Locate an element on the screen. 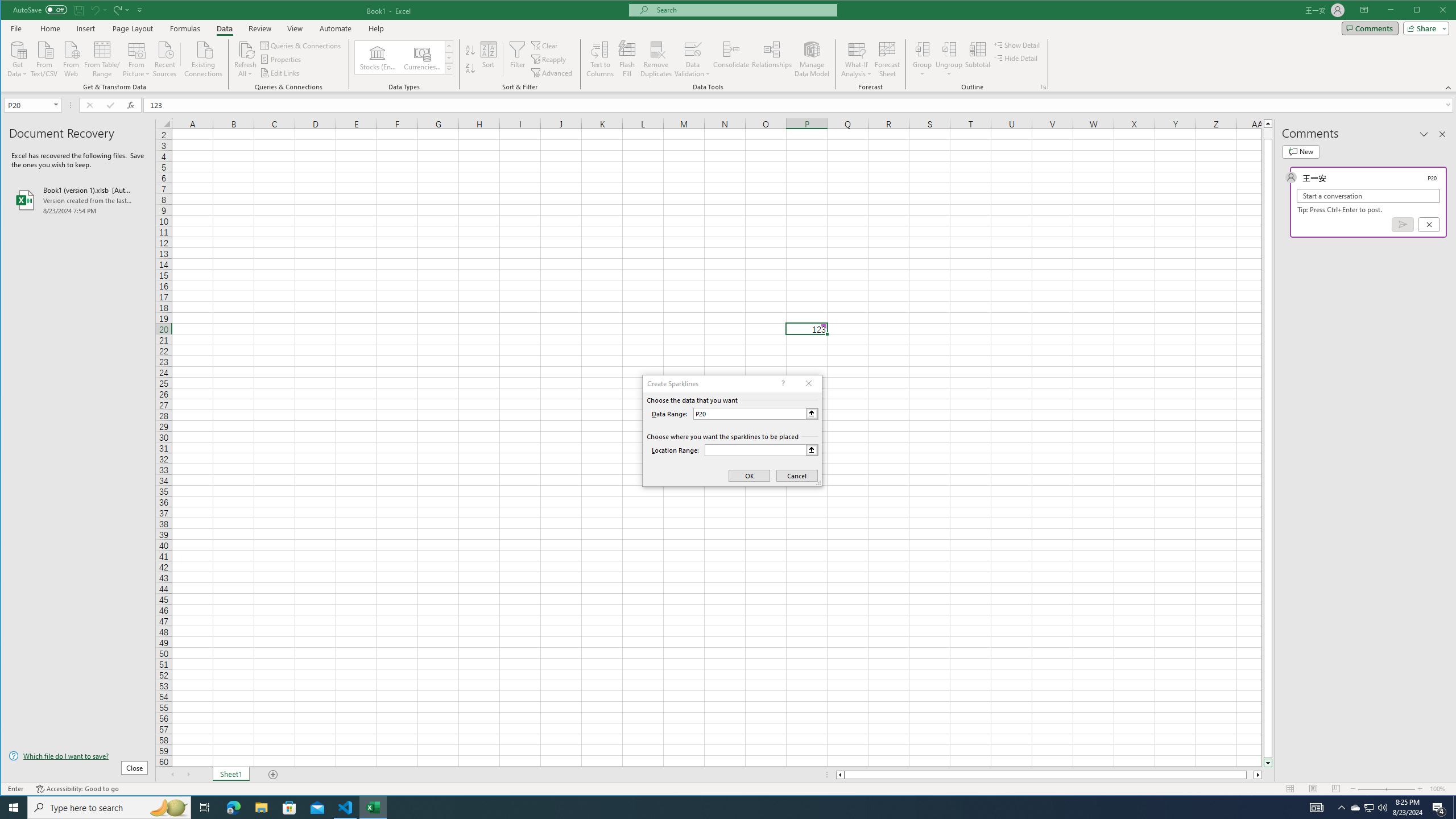 The height and width of the screenshot is (819, 1456). 'From Picture' is located at coordinates (136, 58).